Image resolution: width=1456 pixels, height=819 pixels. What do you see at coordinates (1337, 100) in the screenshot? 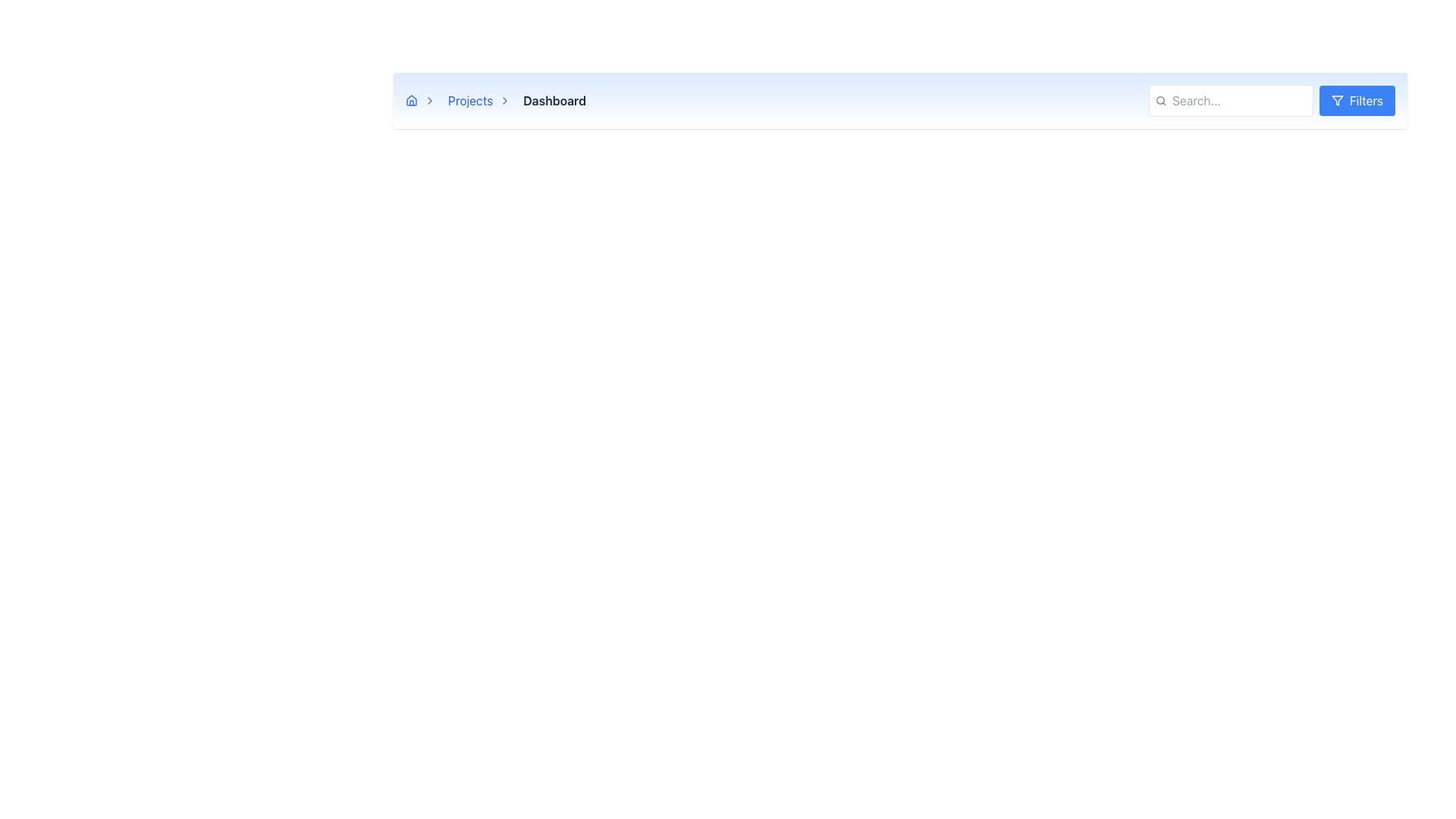
I see `the 'Filters' button that contains the filter icon, which is located in the top-right corner of the interface header` at bounding box center [1337, 100].